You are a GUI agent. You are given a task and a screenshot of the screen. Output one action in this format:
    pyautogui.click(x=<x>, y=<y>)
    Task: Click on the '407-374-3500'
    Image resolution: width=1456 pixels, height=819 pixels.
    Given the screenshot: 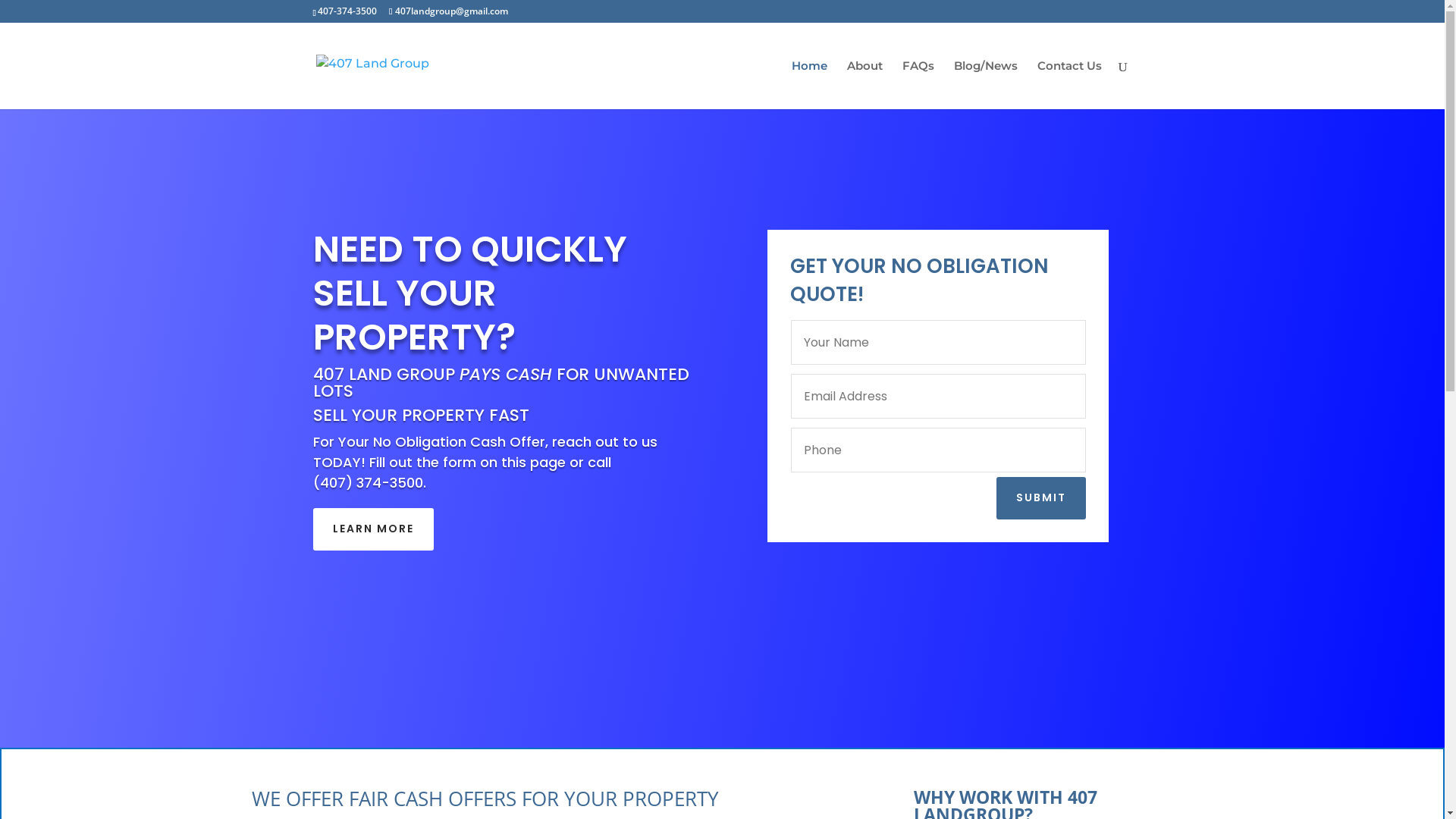 What is the action you would take?
    pyautogui.click(x=316, y=11)
    